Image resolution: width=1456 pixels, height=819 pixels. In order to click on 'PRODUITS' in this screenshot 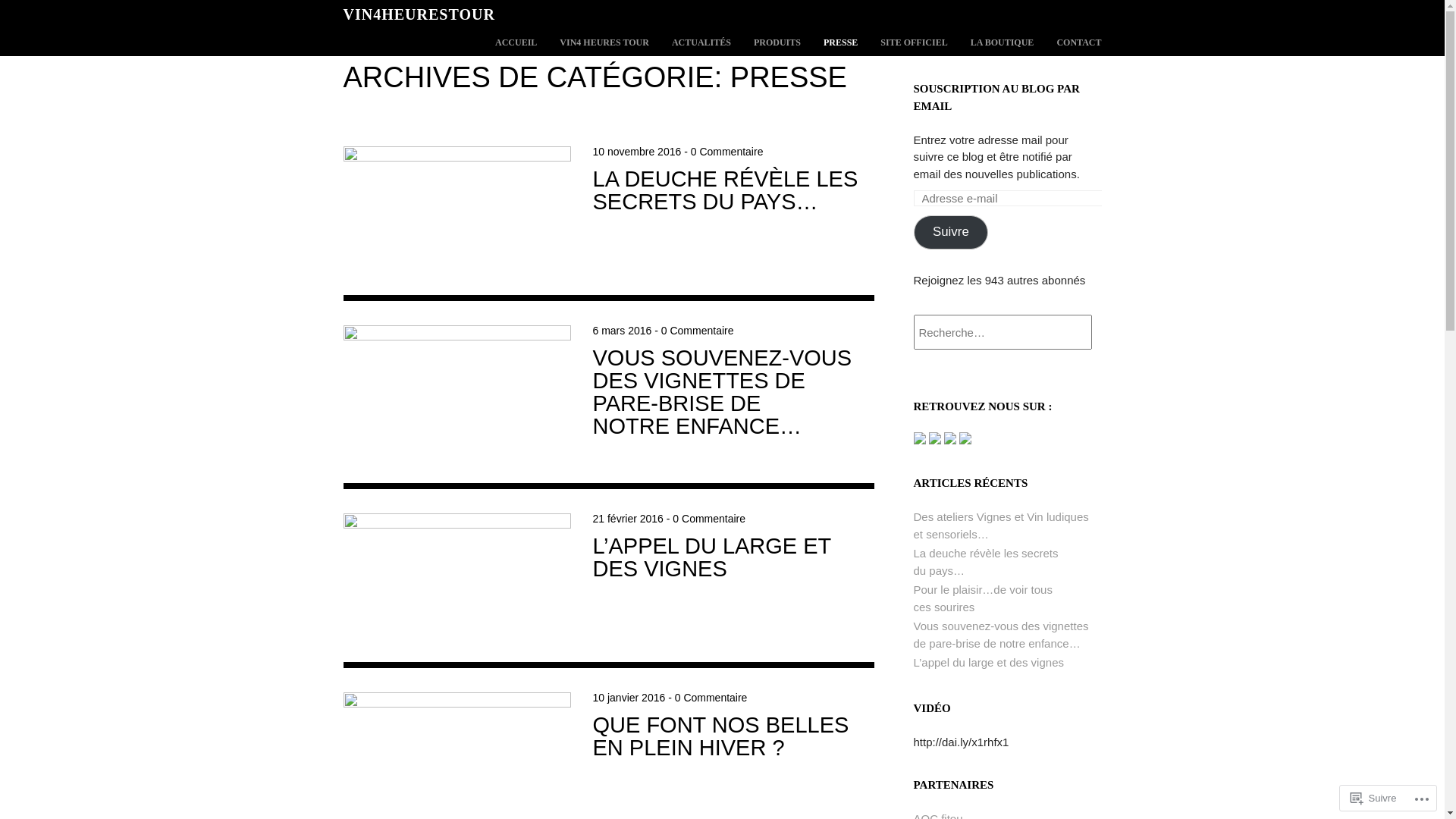, I will do `click(777, 42)`.